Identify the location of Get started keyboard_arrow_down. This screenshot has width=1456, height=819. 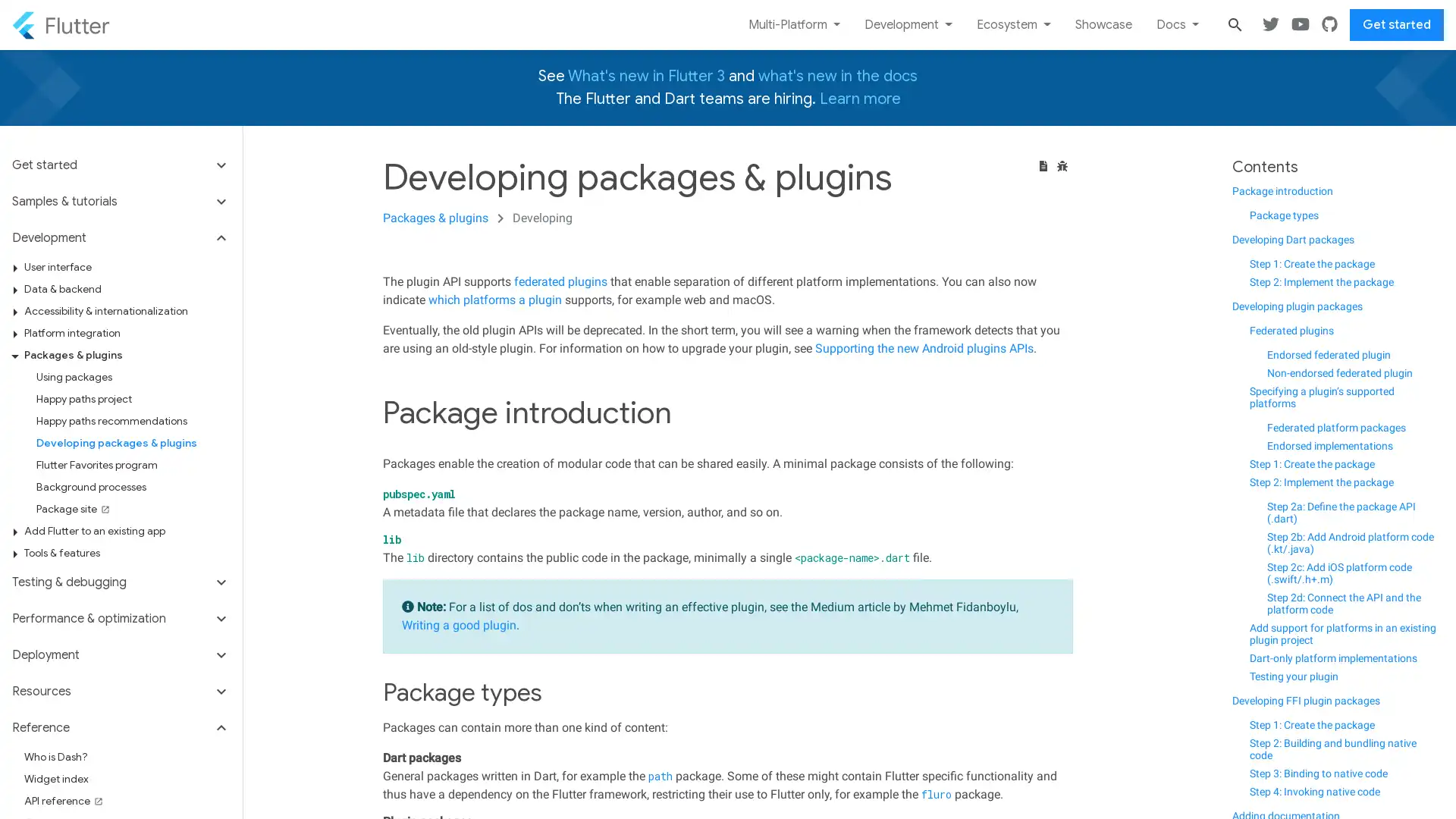
(120, 169).